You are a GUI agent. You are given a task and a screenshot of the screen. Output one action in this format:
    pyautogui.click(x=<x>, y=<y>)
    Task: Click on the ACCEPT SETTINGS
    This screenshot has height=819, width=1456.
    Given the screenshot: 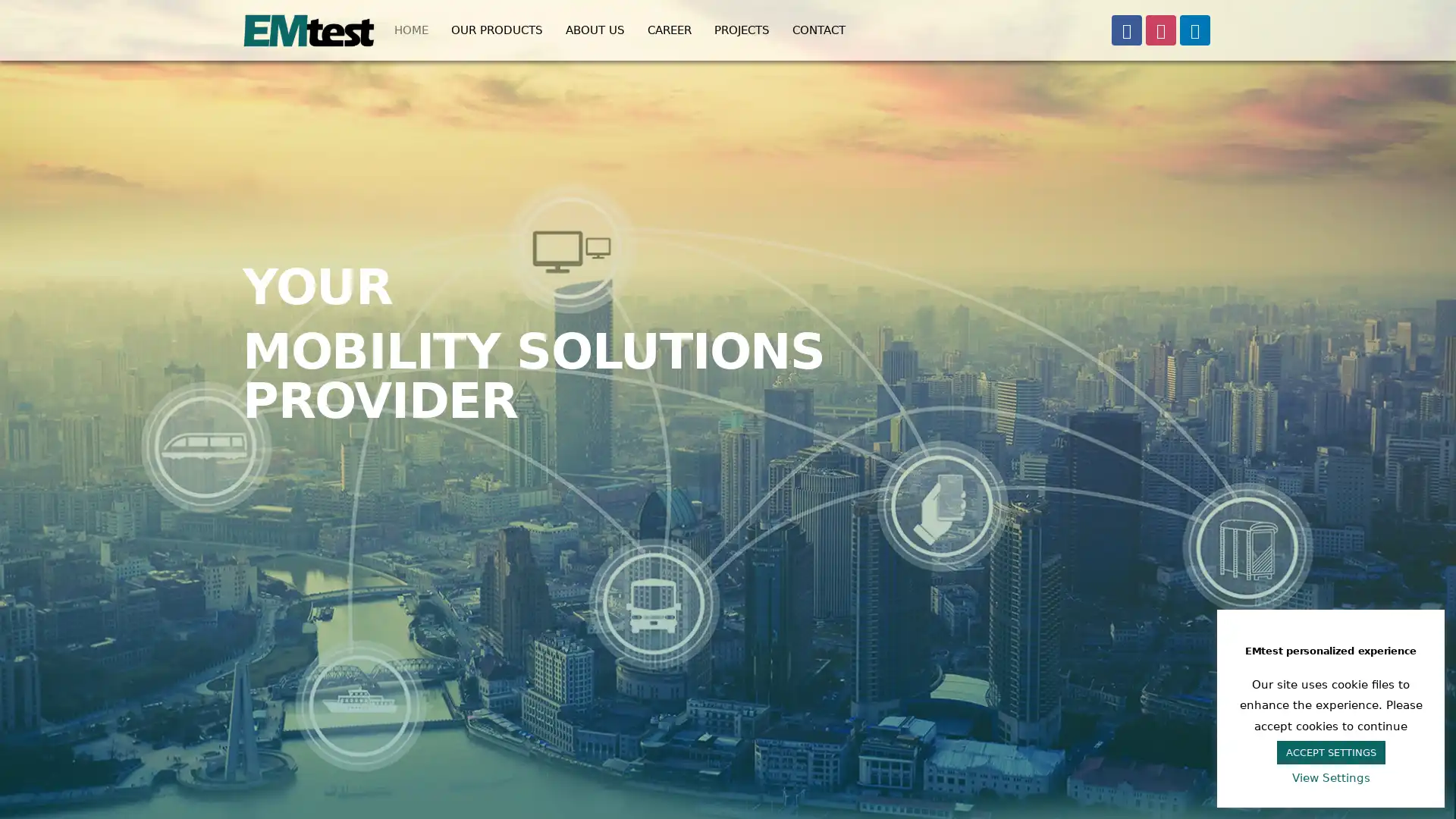 What is the action you would take?
    pyautogui.click(x=1329, y=752)
    